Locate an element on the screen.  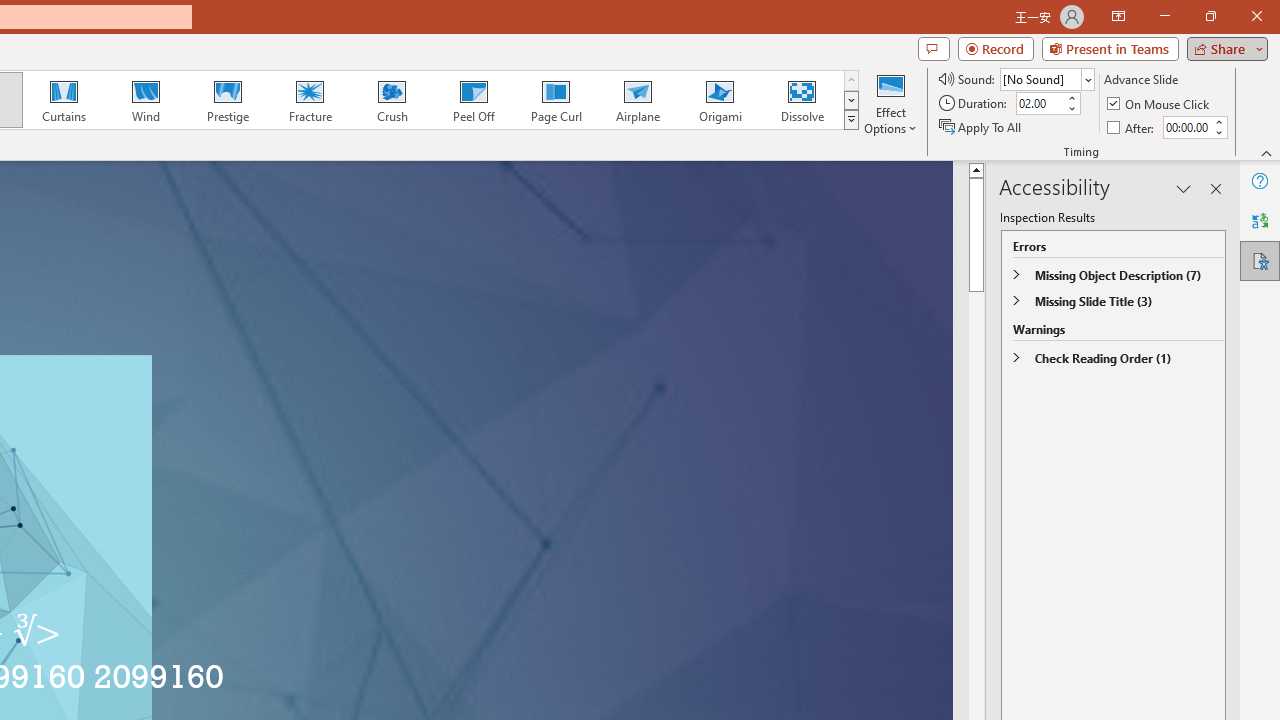
'Prestige' is located at coordinates (227, 100).